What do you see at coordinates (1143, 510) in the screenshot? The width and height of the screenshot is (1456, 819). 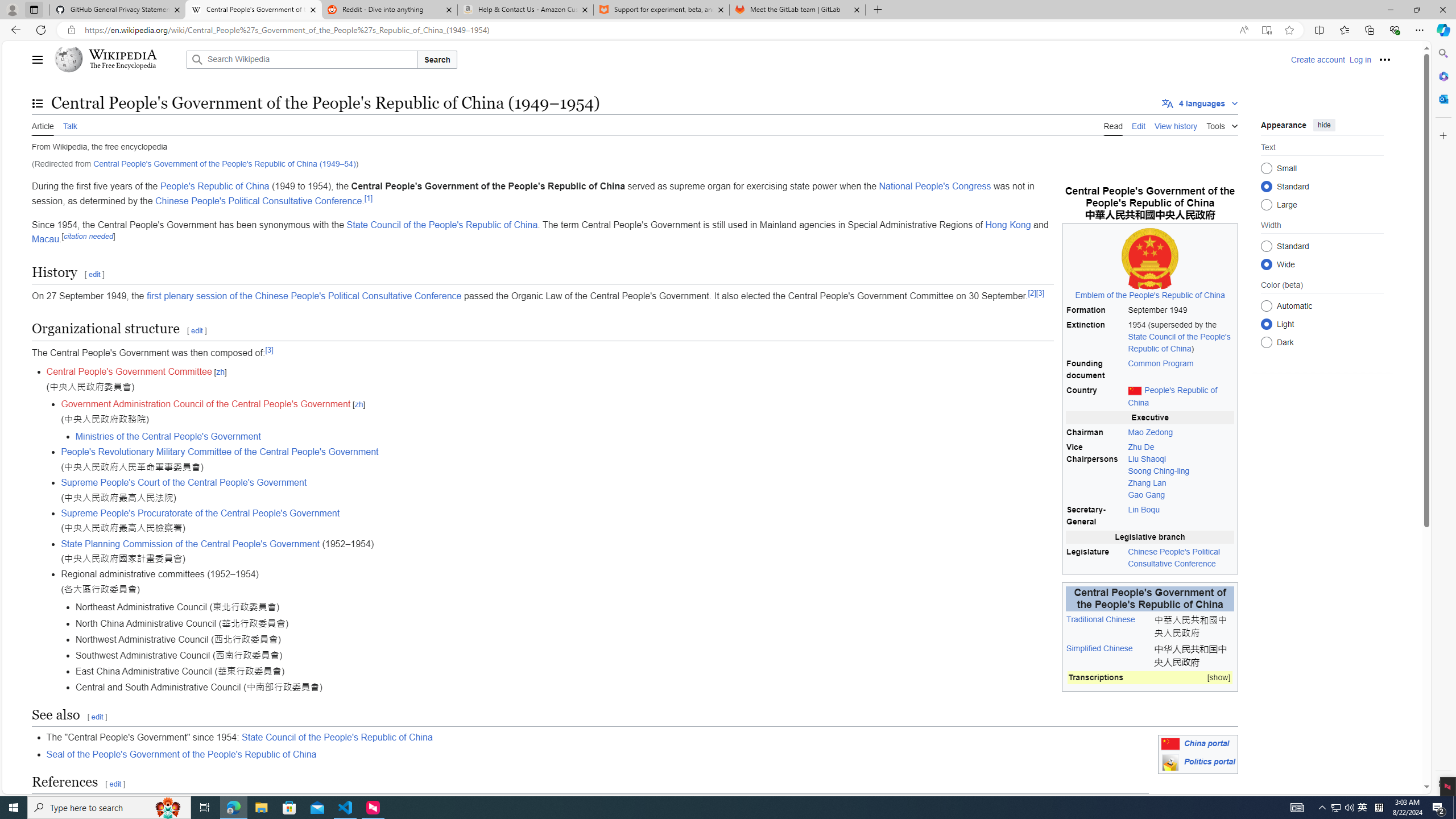 I see `'Lin Boqu'` at bounding box center [1143, 510].